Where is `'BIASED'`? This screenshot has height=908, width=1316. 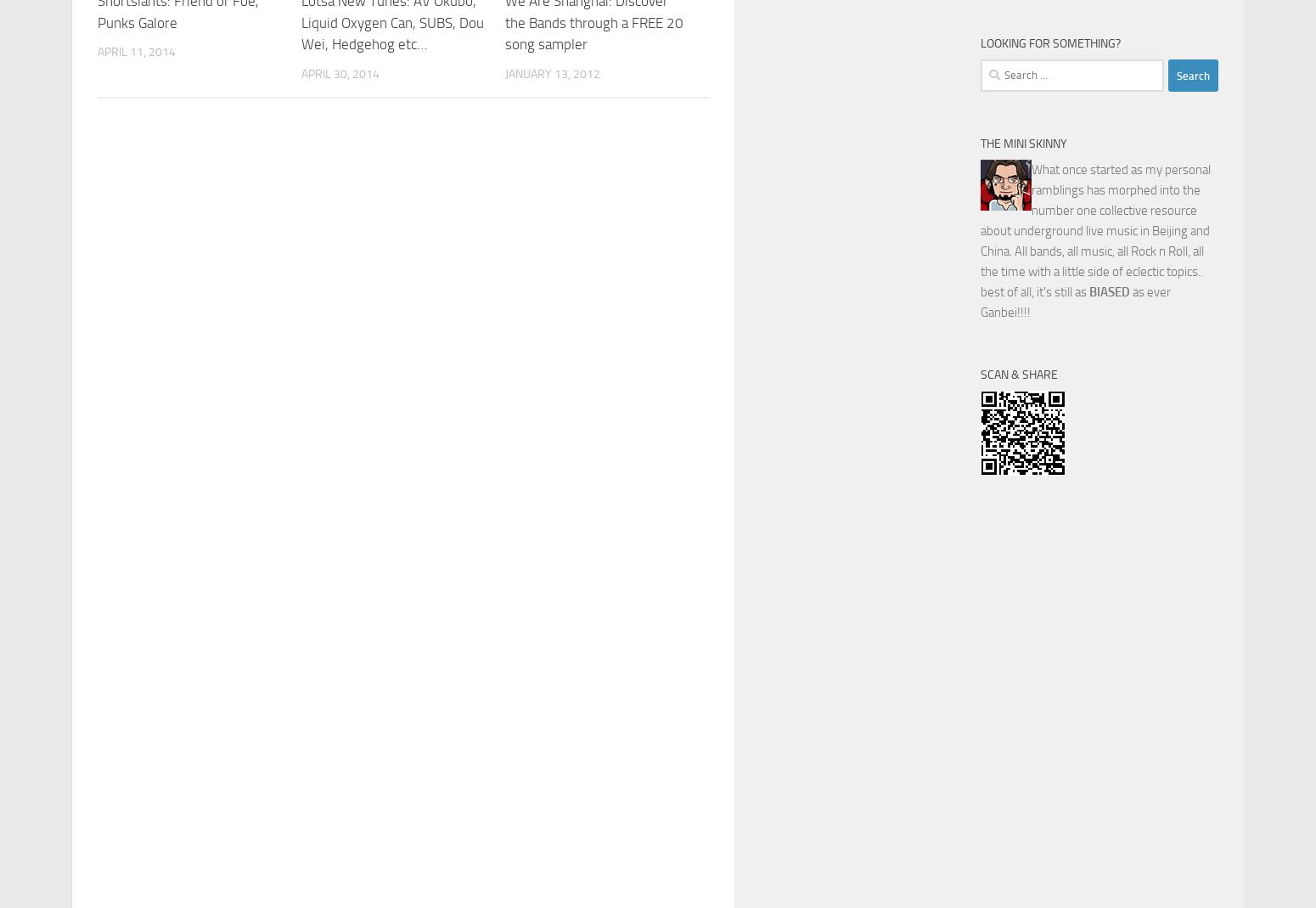
'BIASED' is located at coordinates (1088, 292).